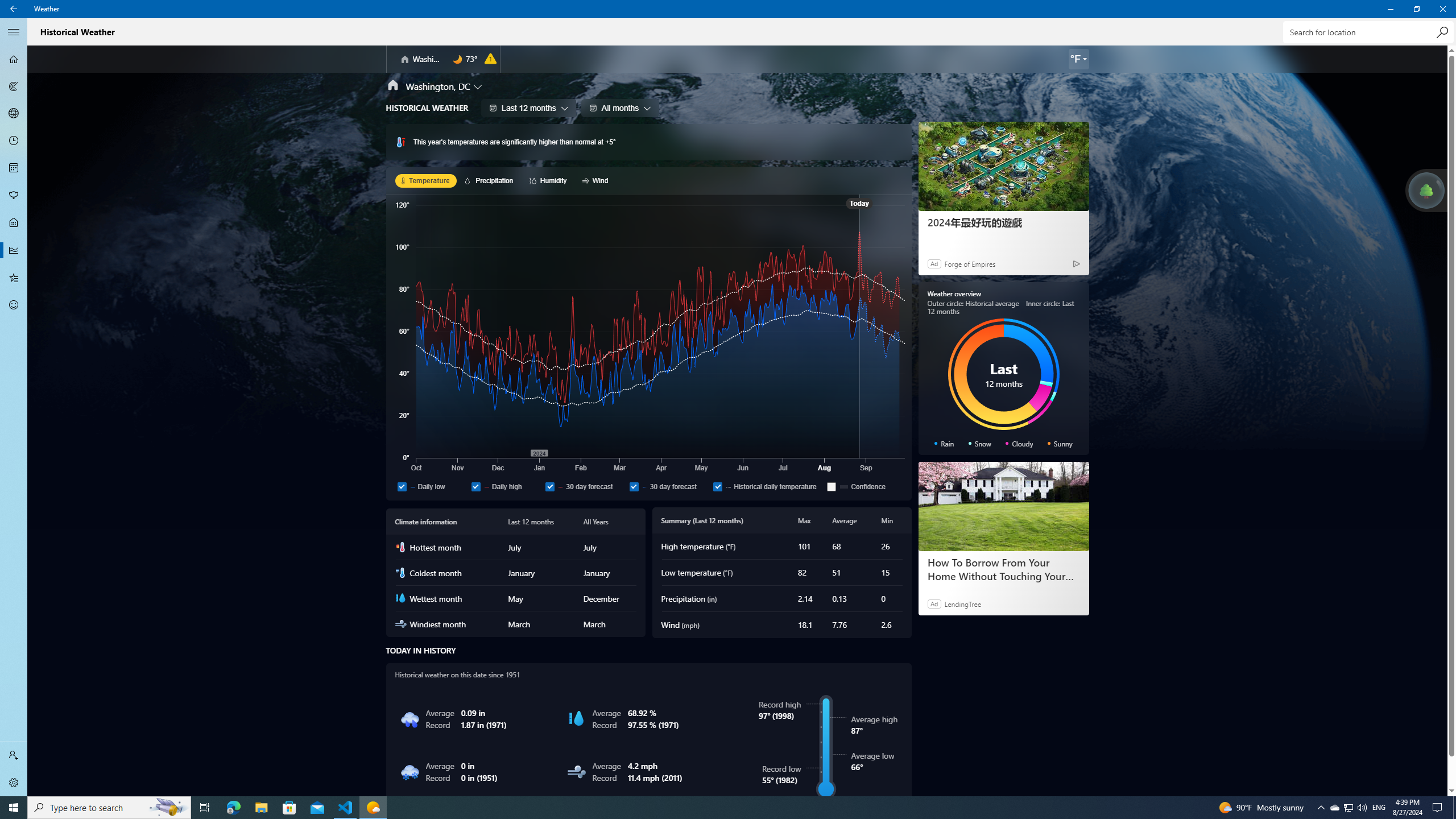  I want to click on 'Search for location', so click(1368, 31).